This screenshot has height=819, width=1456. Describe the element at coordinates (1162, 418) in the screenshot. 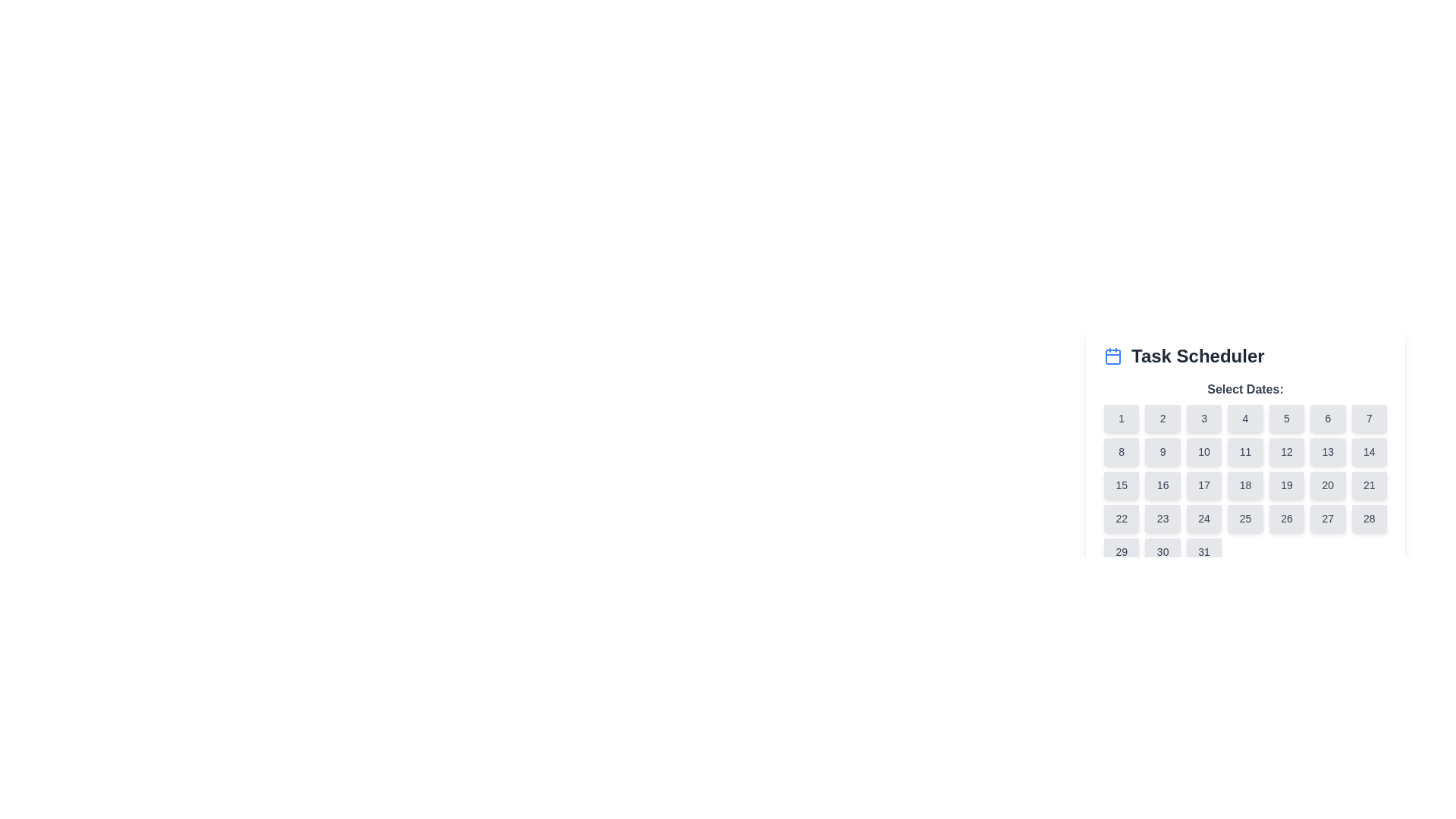

I see `the button representing the second day of the month` at that location.